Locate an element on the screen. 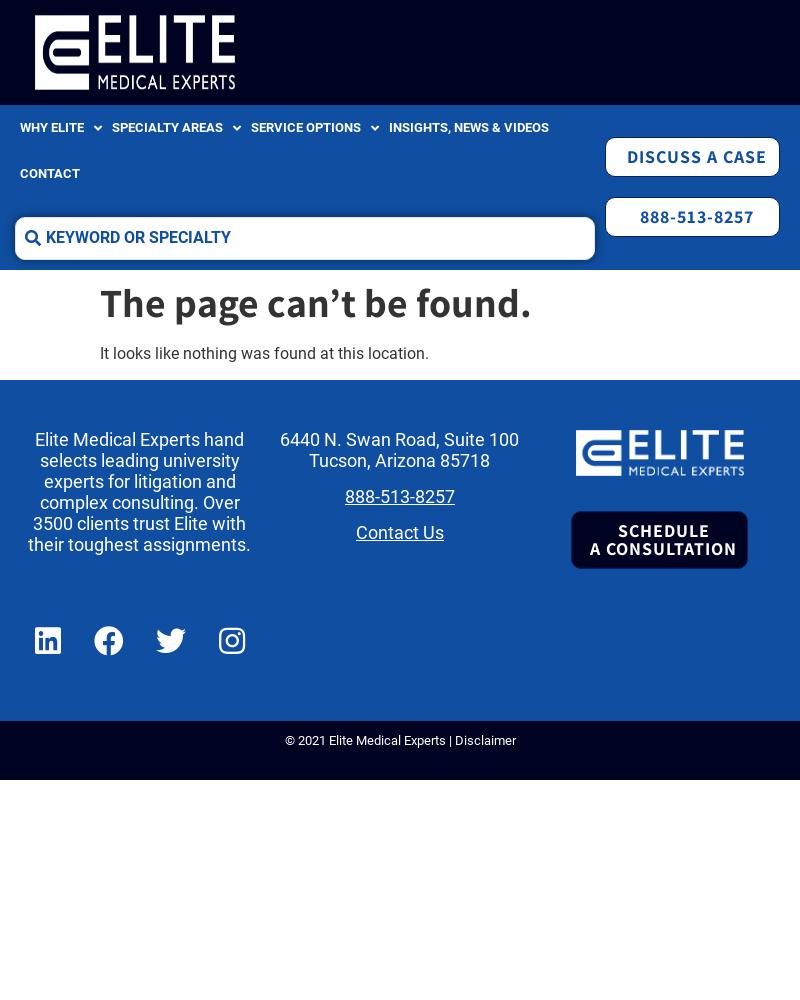  'SERVICE OPTIONS' is located at coordinates (249, 127).